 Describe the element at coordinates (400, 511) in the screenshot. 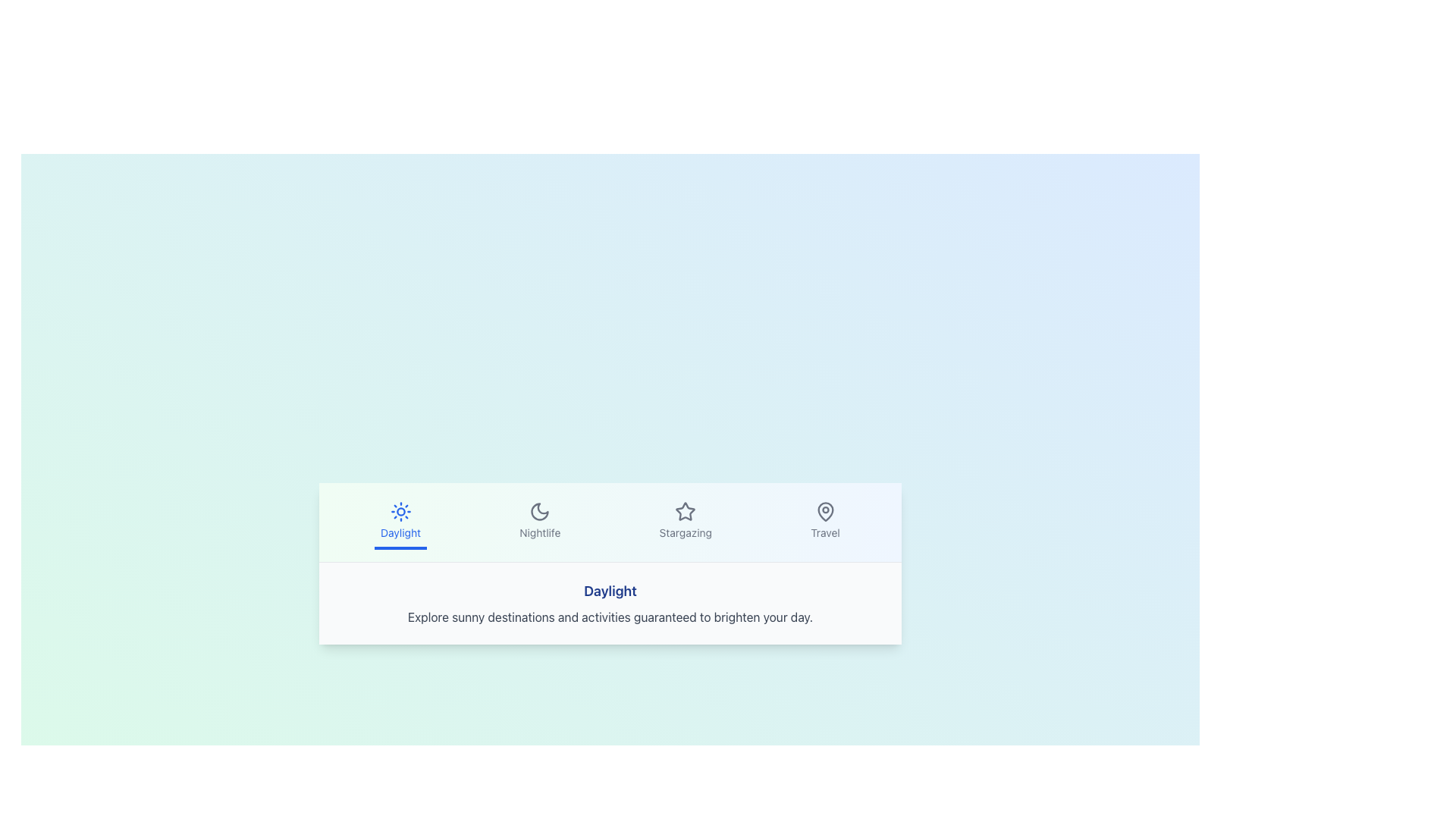

I see `the sun-shaped icon in the navigation bar, which is associated with the 'Daylight' label` at that location.